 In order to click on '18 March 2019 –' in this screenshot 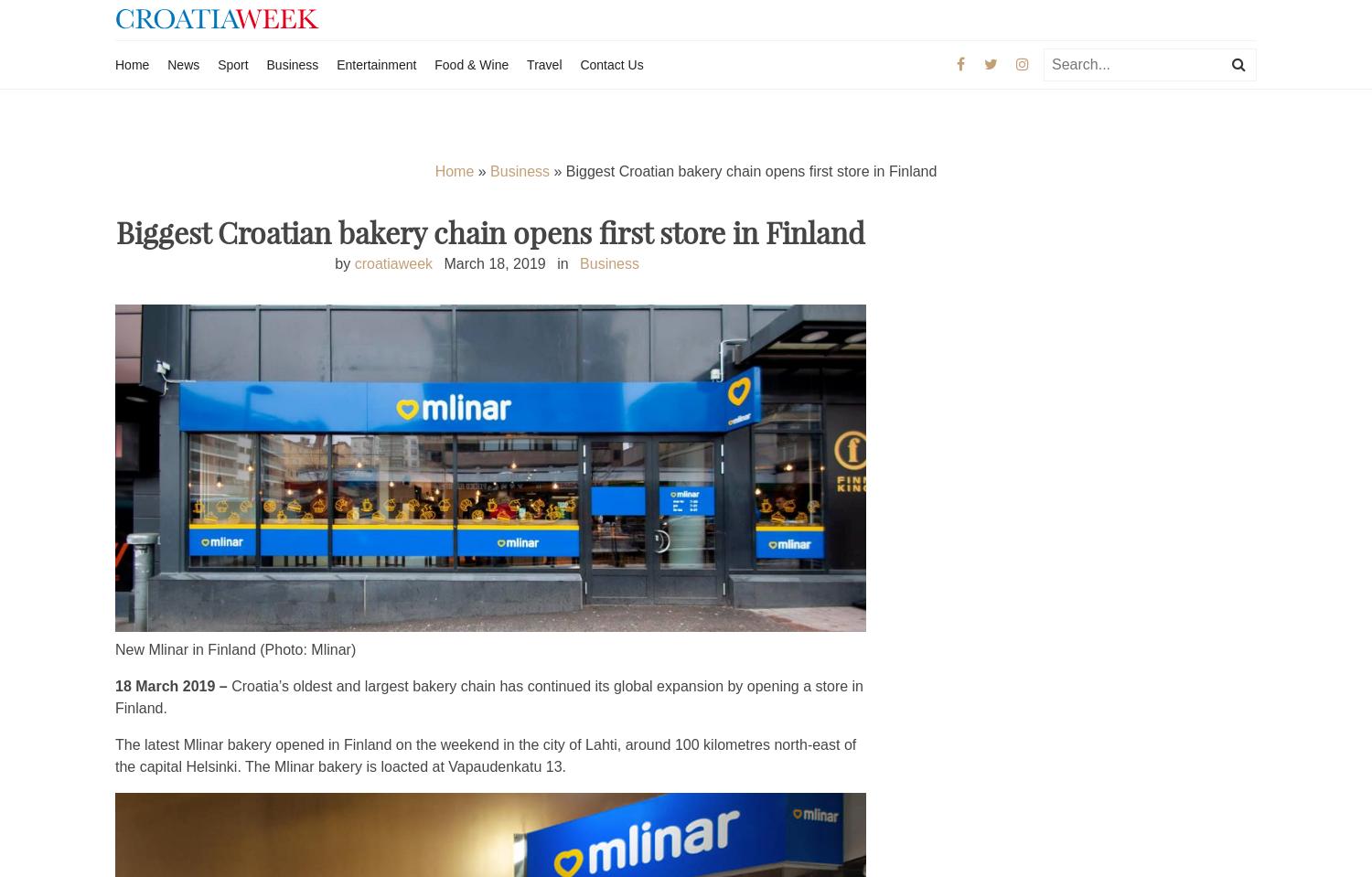, I will do `click(115, 685)`.